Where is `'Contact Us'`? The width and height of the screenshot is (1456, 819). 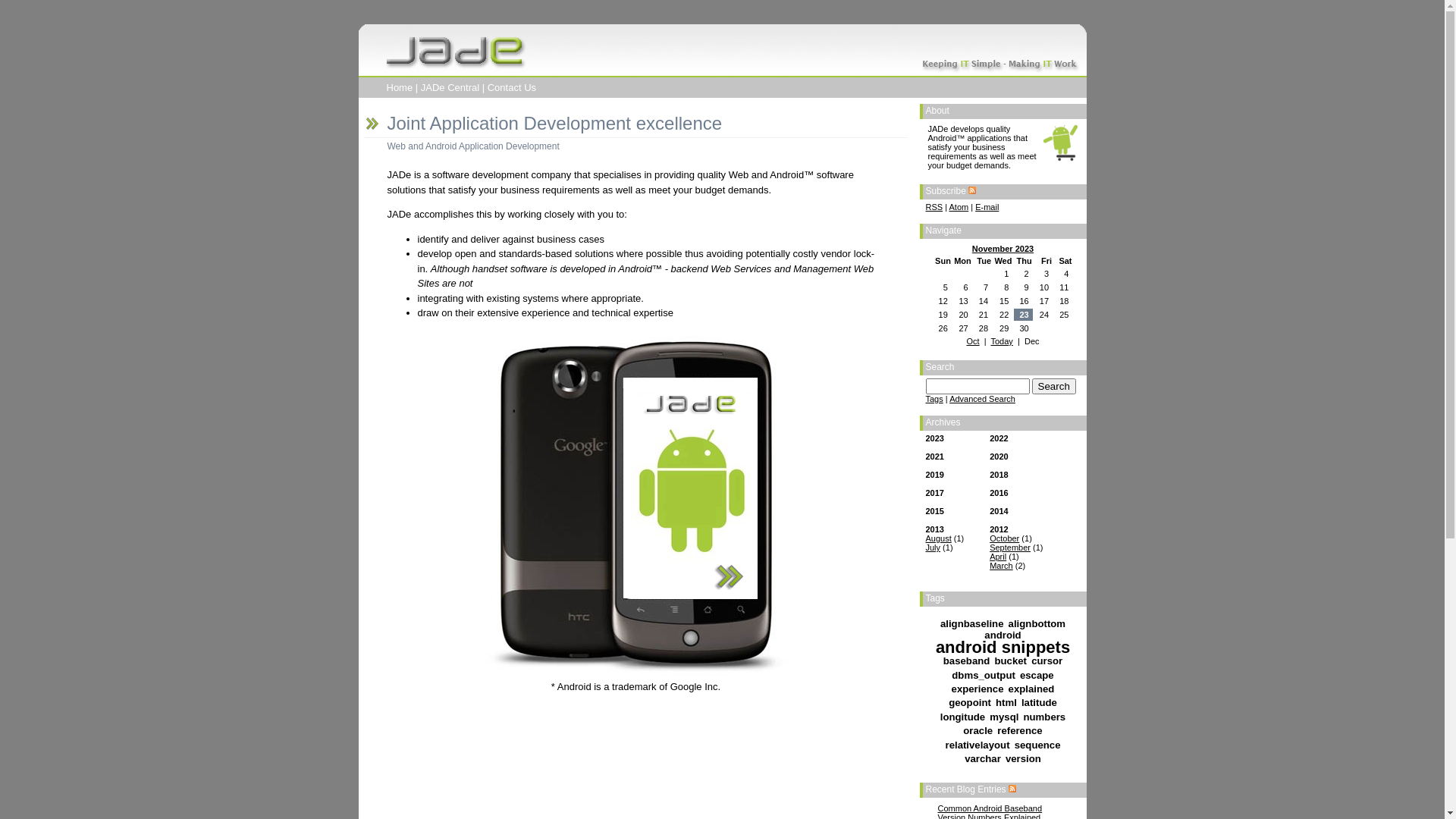
'Contact Us' is located at coordinates (512, 87).